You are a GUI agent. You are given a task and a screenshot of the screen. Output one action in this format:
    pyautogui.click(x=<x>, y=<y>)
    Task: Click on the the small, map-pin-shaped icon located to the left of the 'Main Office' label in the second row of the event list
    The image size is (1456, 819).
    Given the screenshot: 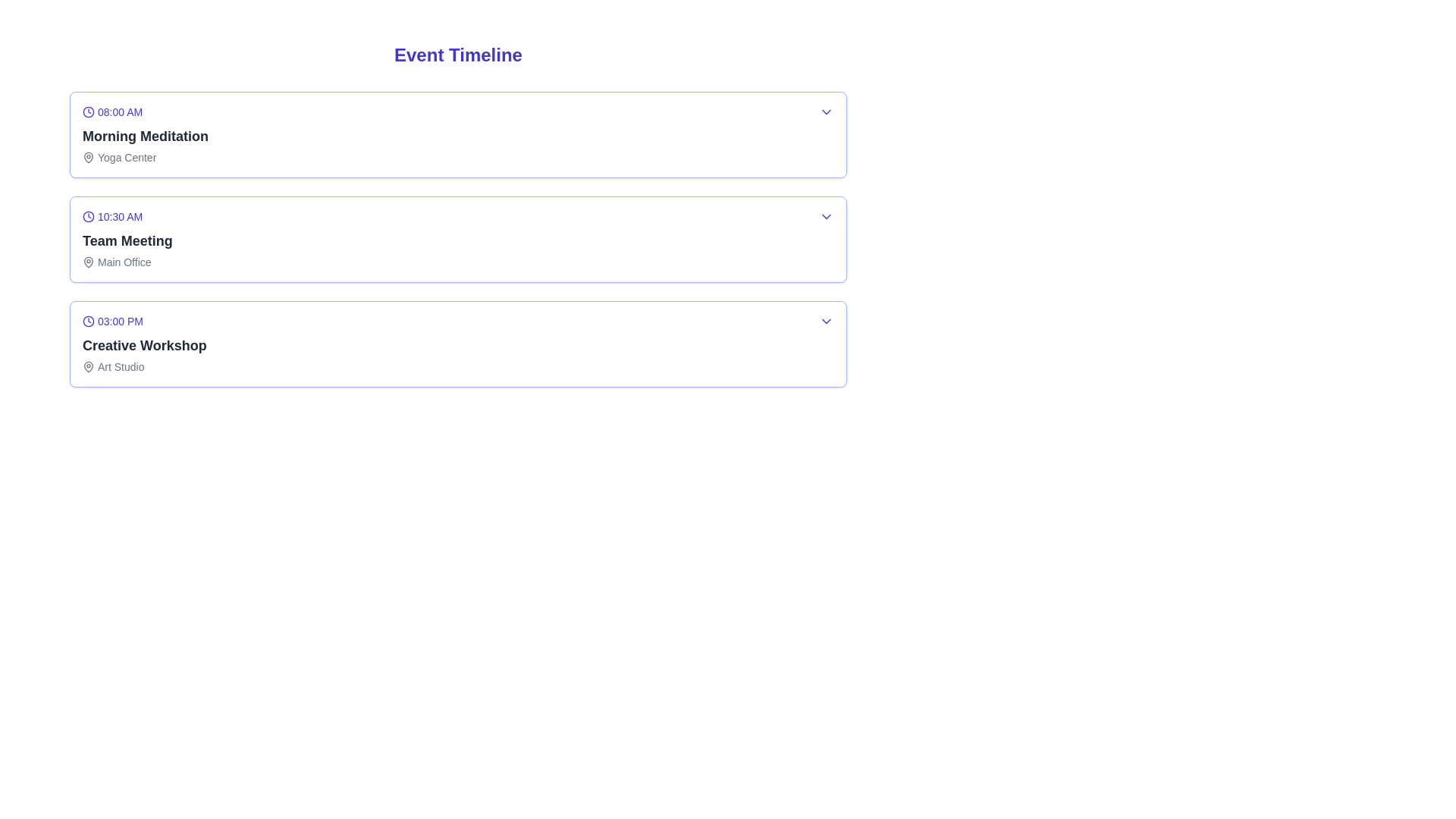 What is the action you would take?
    pyautogui.click(x=87, y=262)
    